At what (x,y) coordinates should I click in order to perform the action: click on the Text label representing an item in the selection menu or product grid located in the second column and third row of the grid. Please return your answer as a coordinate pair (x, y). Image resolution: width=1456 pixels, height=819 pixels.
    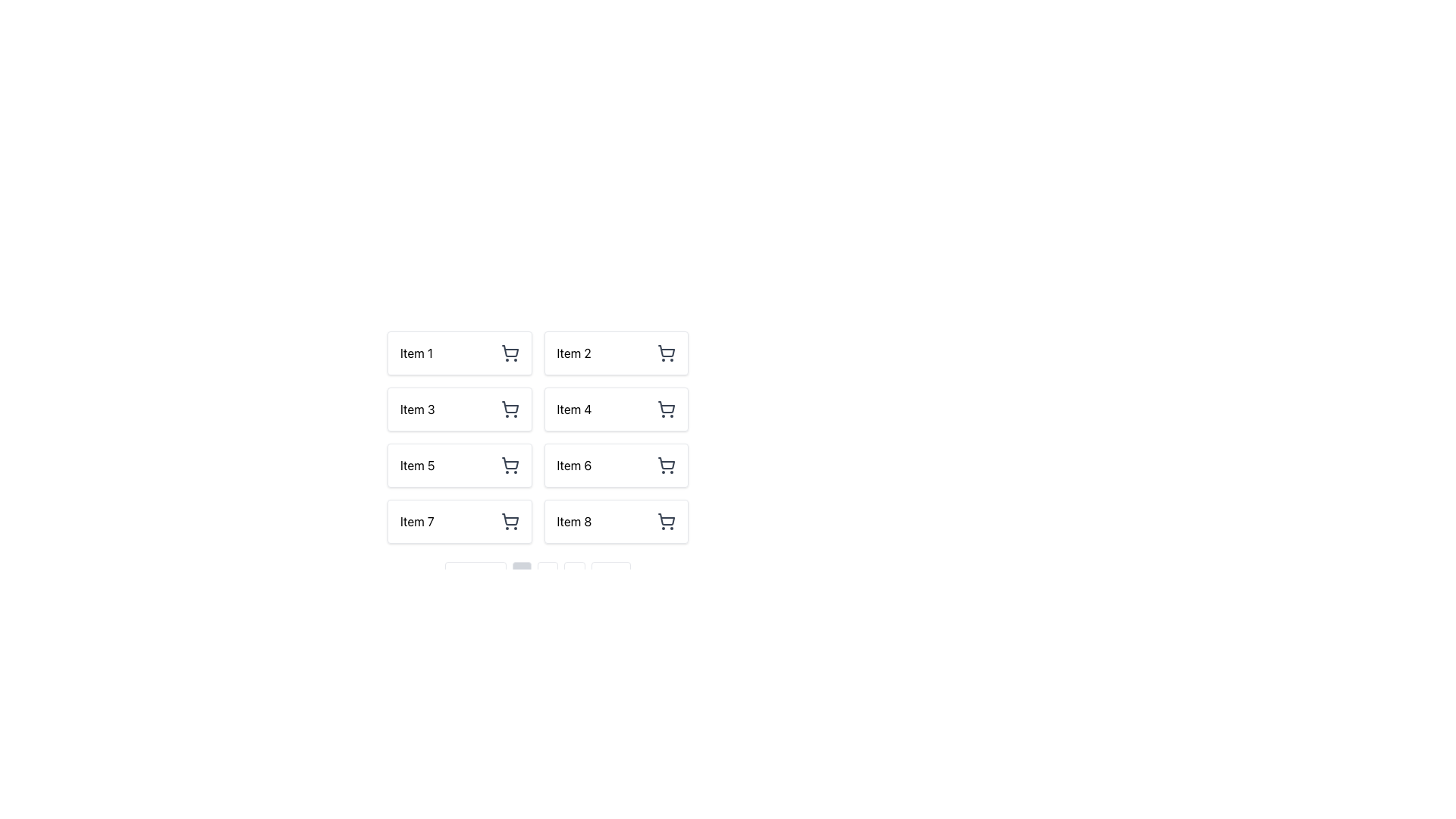
    Looking at the image, I should click on (573, 464).